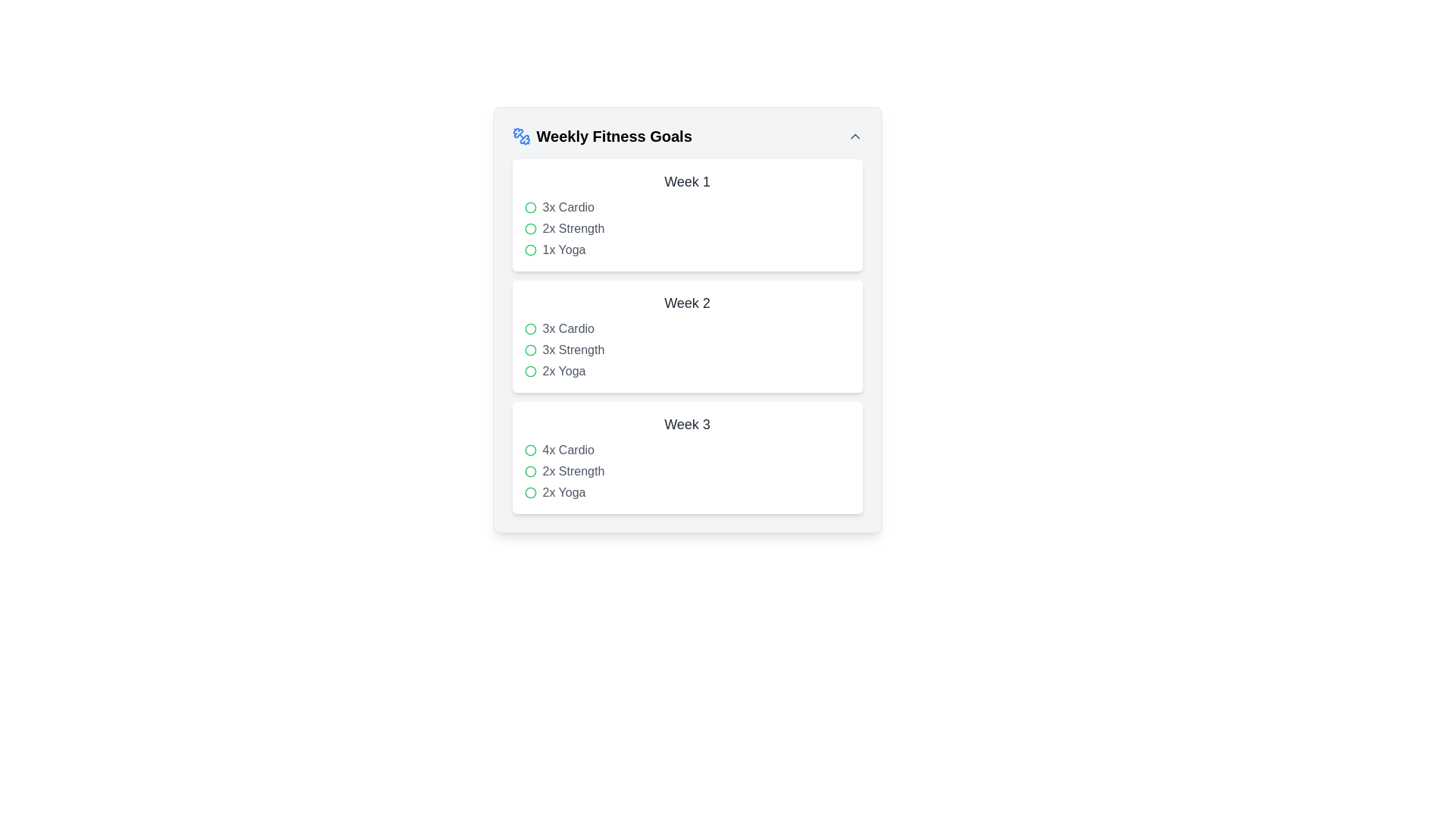 The width and height of the screenshot is (1456, 819). What do you see at coordinates (530, 493) in the screenshot?
I see `the status icon located to the immediate left of the text '2x Yoga' in the weekly goals list under 'Week 3' to change its status or reveal information` at bounding box center [530, 493].